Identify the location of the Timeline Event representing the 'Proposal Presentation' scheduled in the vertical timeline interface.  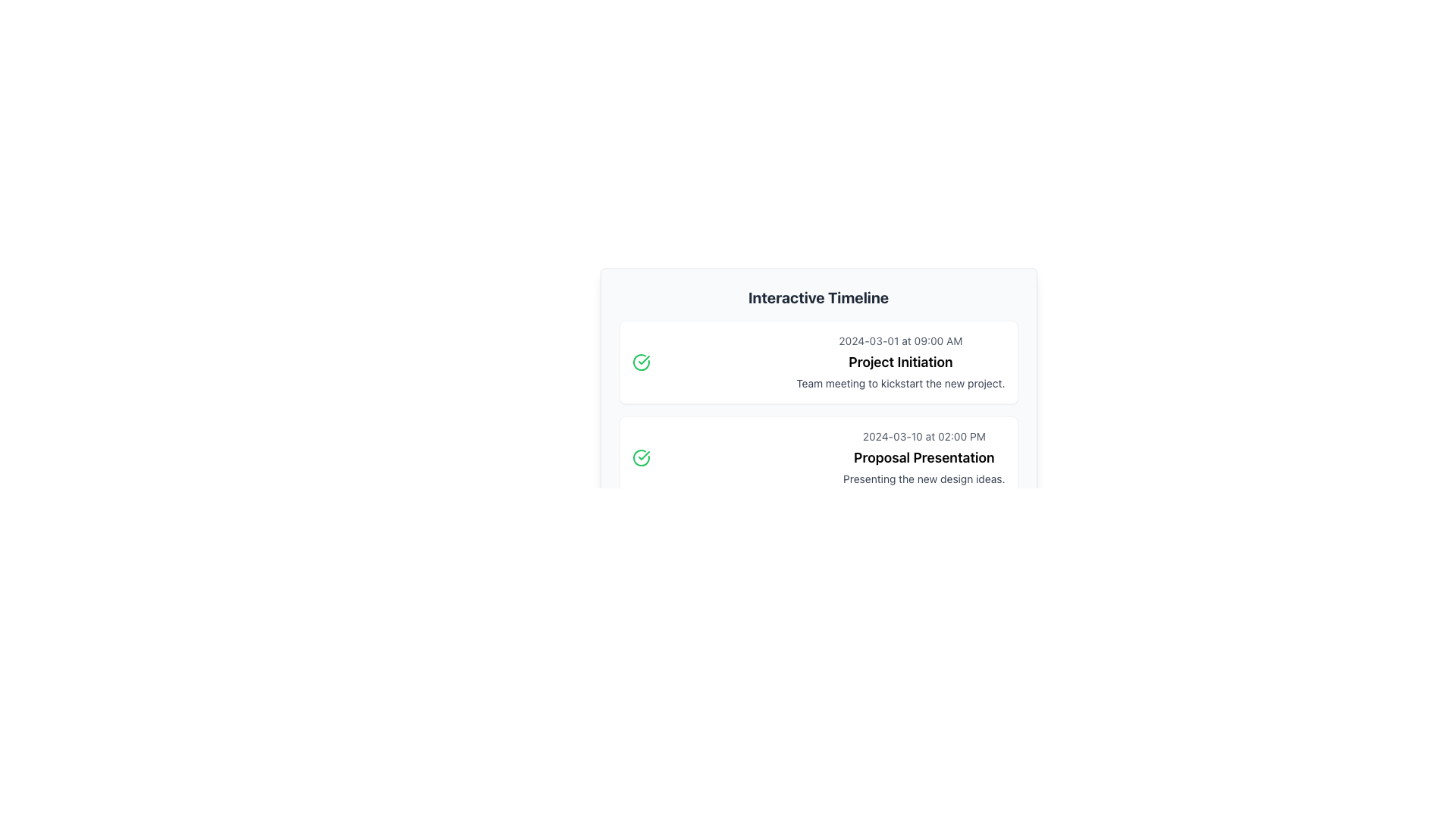
(817, 457).